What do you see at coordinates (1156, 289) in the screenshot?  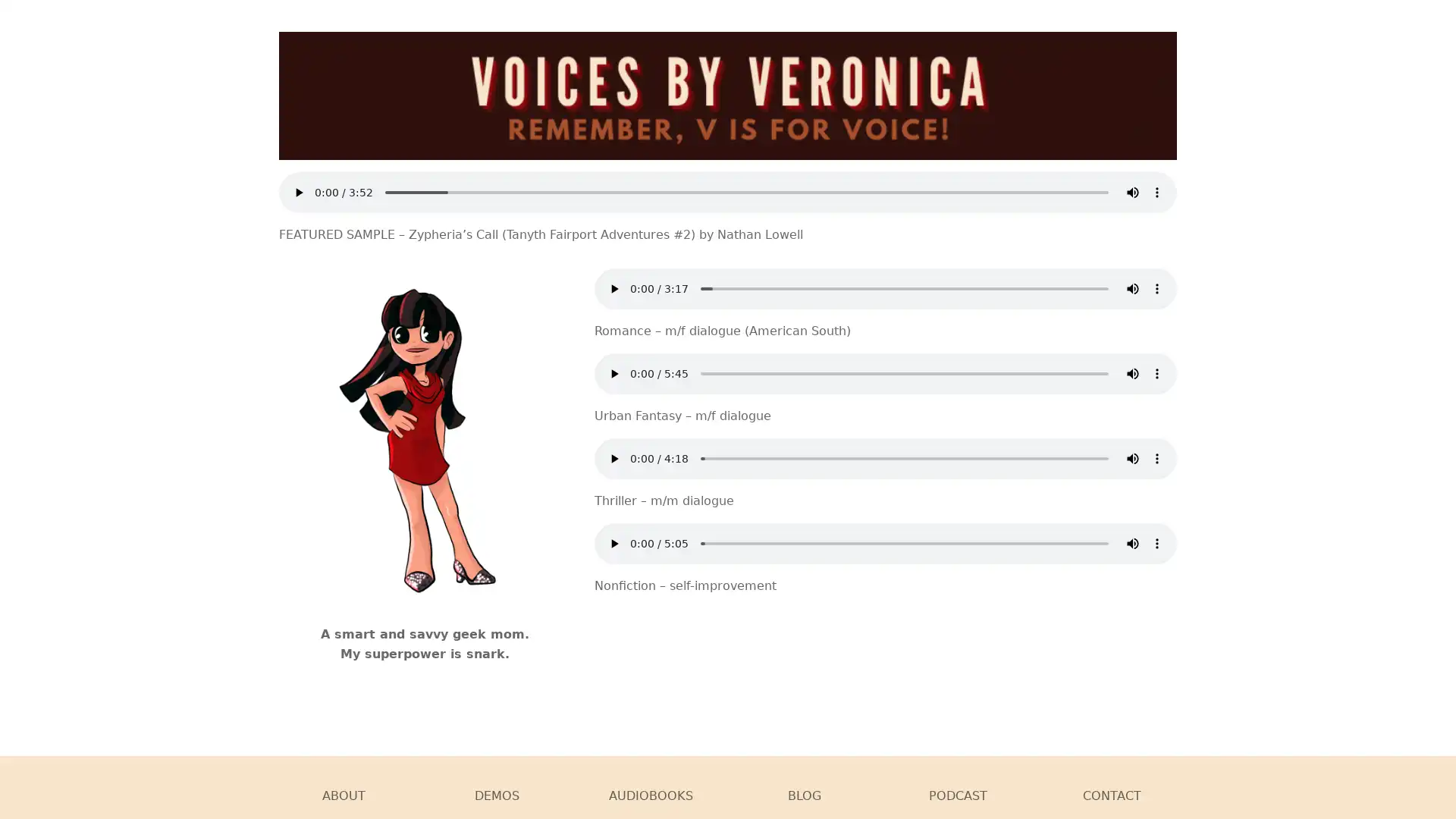 I see `show more media controls` at bounding box center [1156, 289].